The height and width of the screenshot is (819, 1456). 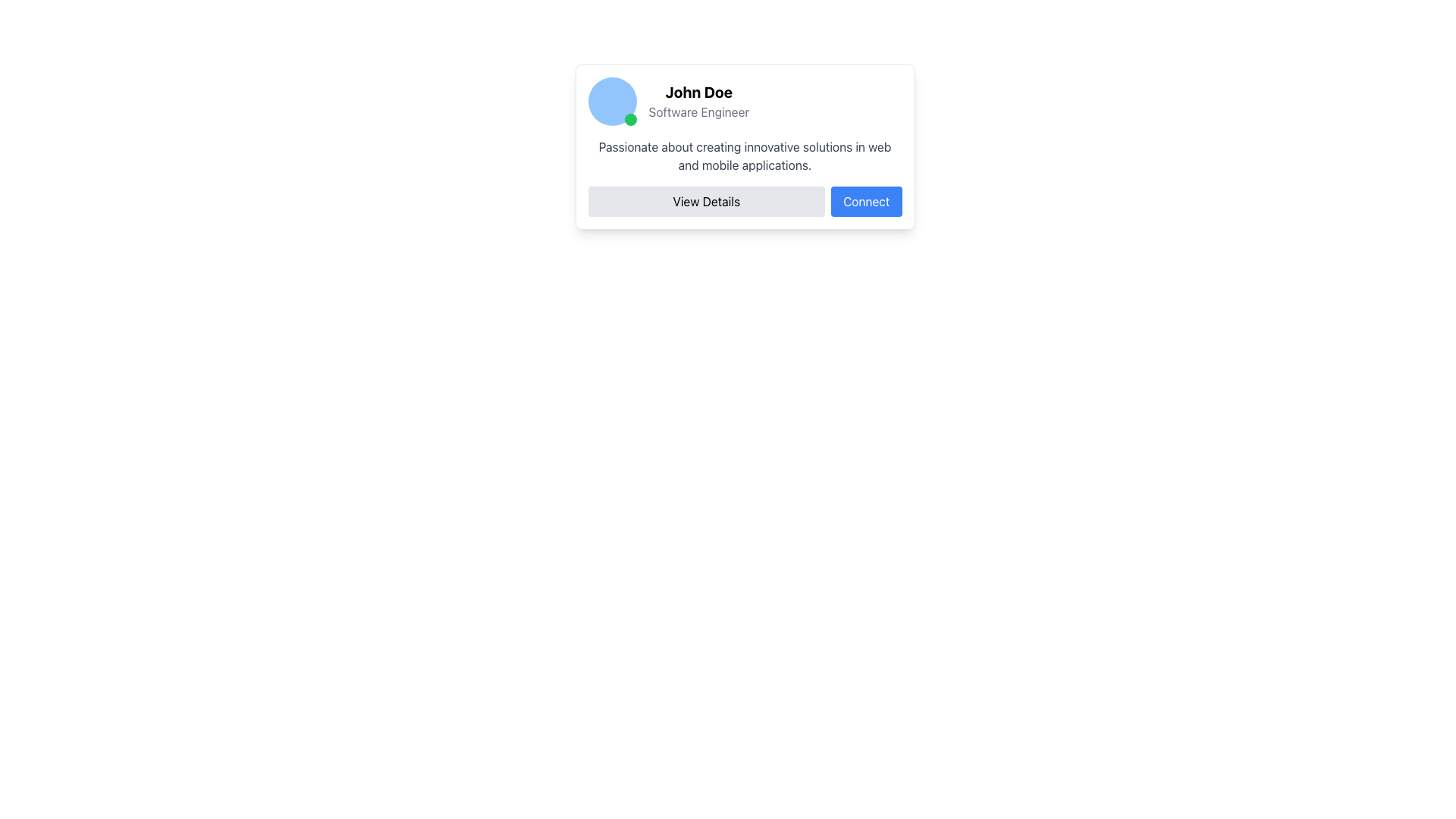 I want to click on the 'Connect' button with a blue background and white text, which is the second button in the group at the bottom of the profile card, so click(x=866, y=201).